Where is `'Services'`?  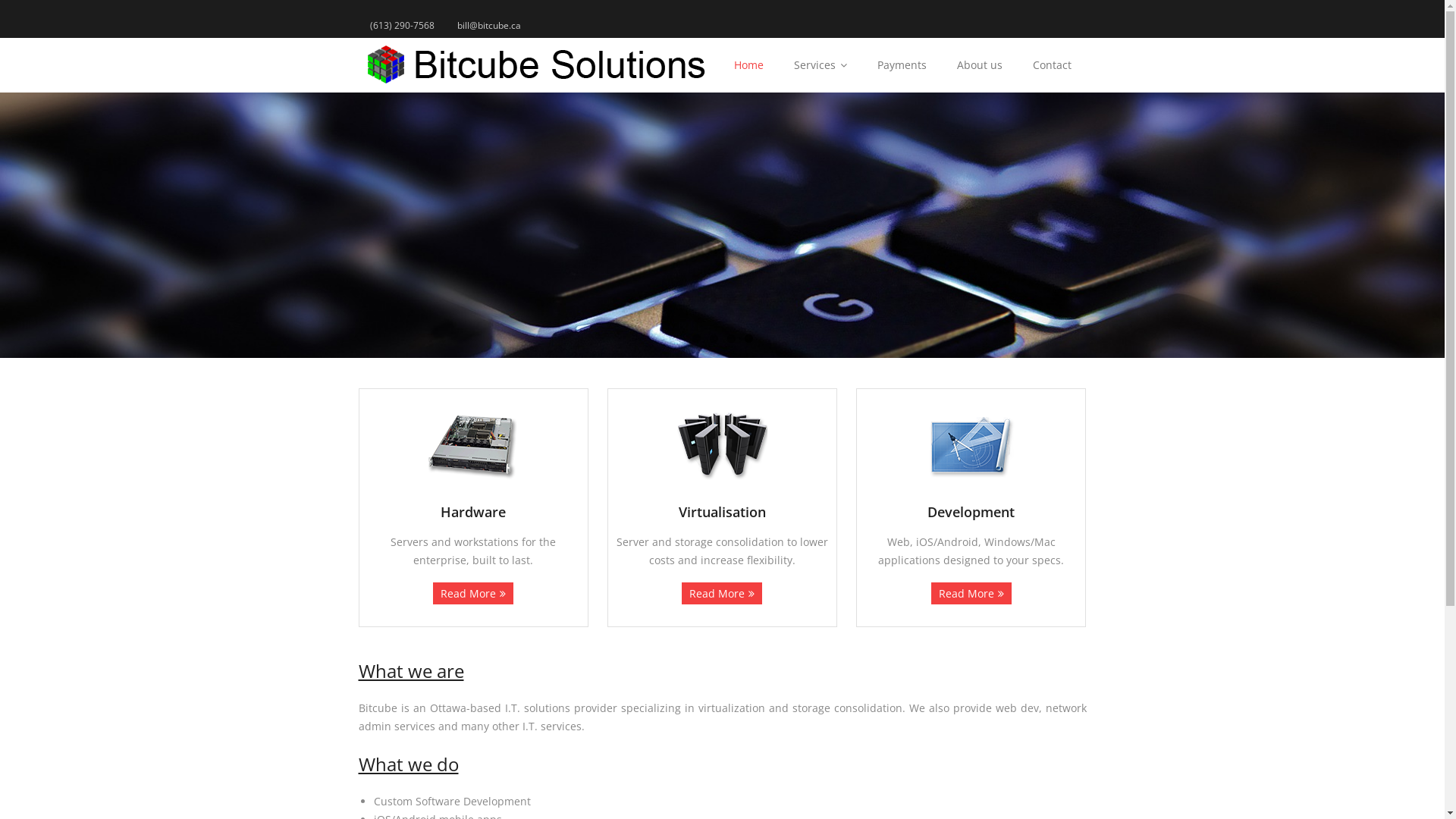 'Services' is located at coordinates (818, 64).